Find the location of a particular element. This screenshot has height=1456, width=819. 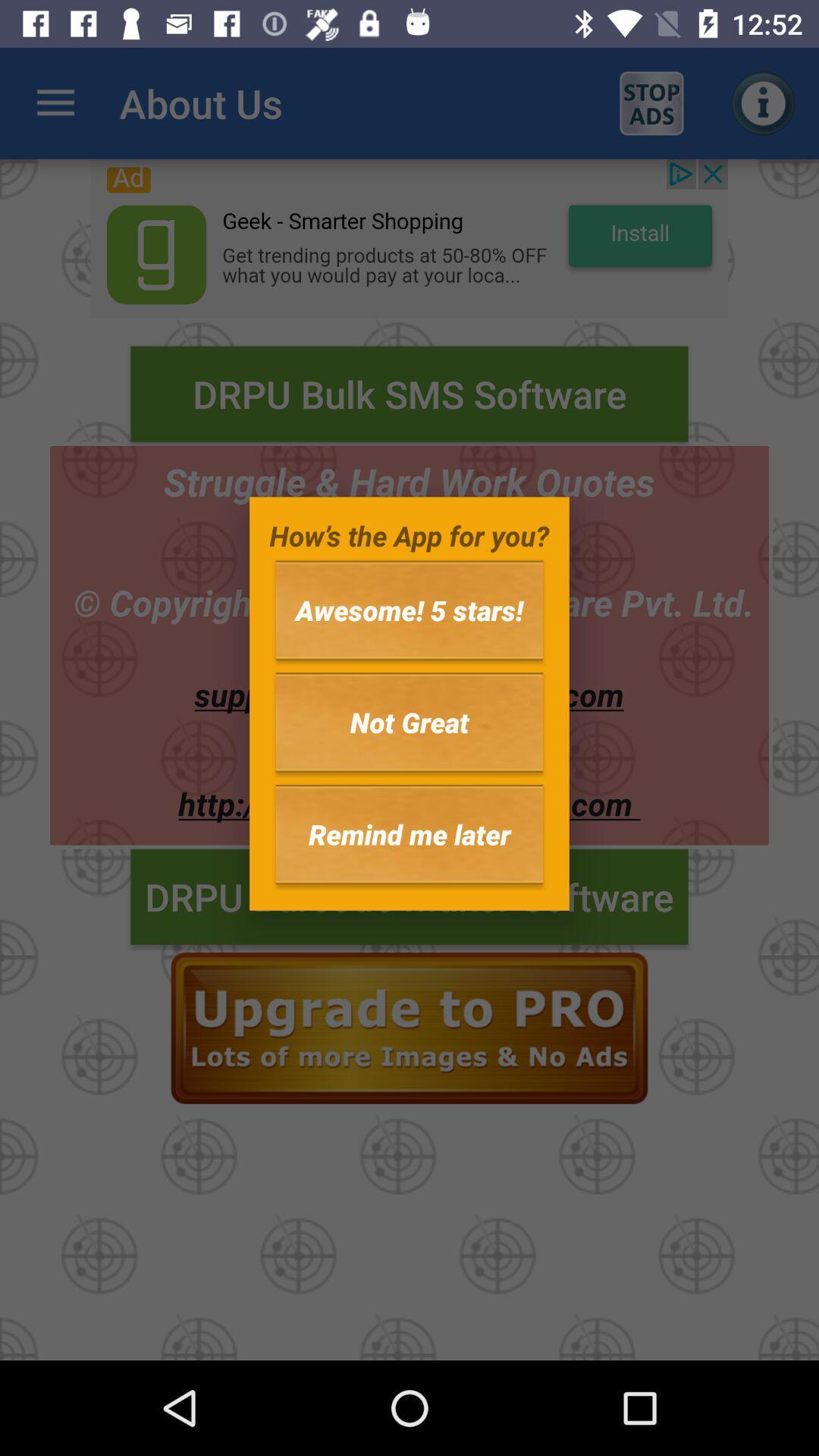

item above remind me later is located at coordinates (409, 721).